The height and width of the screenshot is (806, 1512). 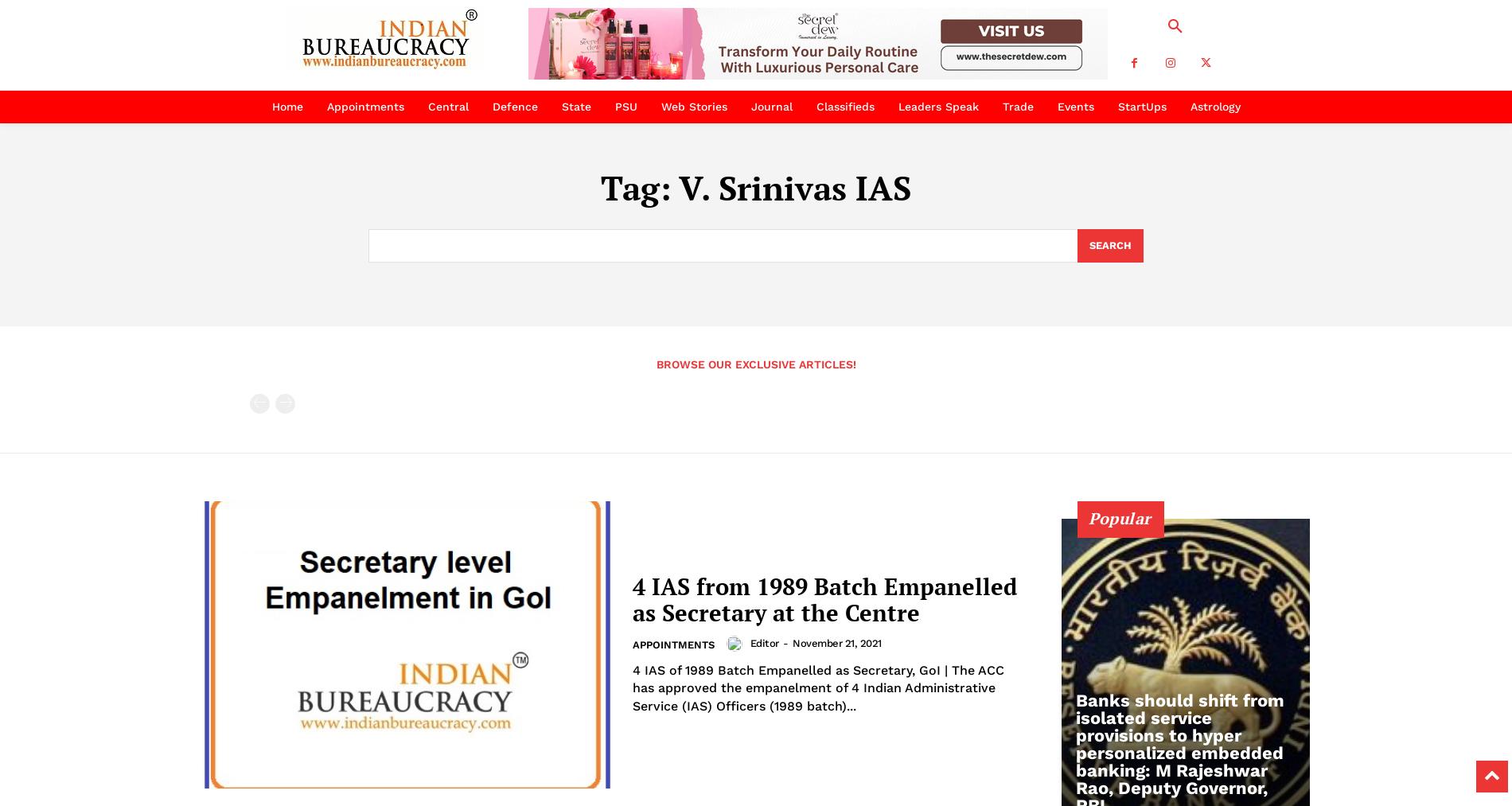 What do you see at coordinates (447, 107) in the screenshot?
I see `'Central'` at bounding box center [447, 107].